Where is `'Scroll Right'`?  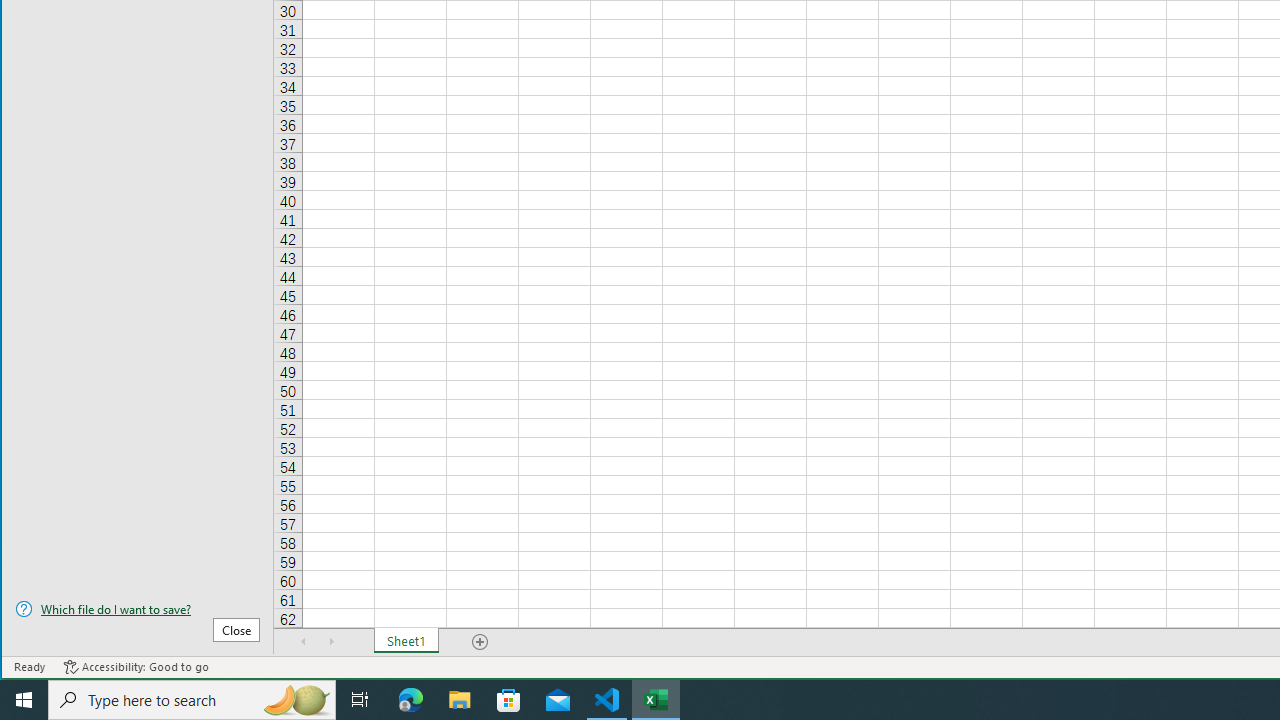 'Scroll Right' is located at coordinates (331, 641).